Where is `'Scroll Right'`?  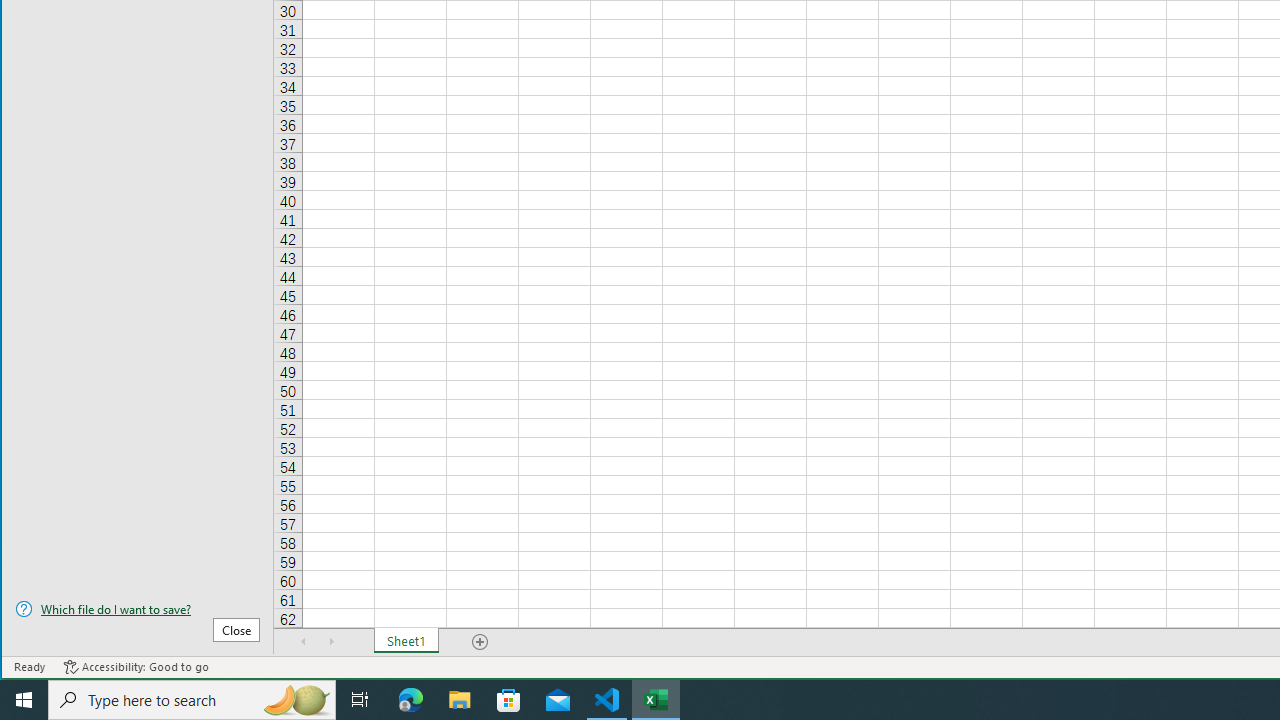 'Scroll Right' is located at coordinates (331, 641).